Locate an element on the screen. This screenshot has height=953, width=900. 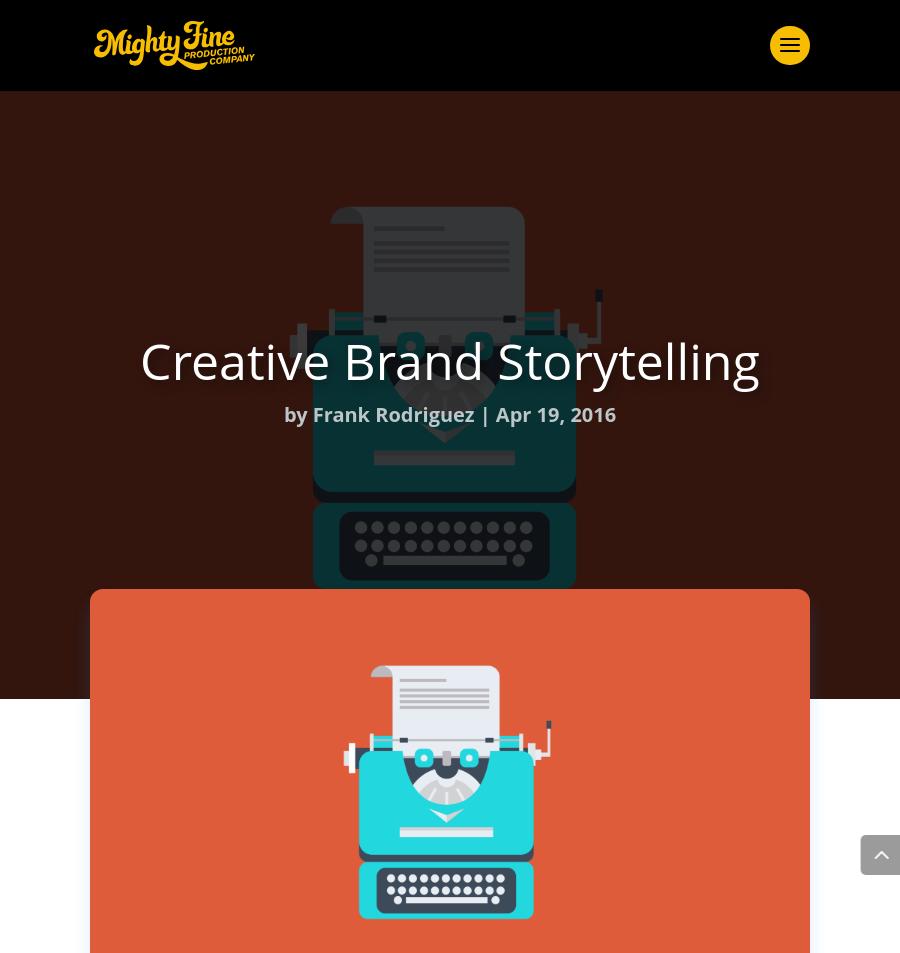
'Careers' is located at coordinates (431, 414).